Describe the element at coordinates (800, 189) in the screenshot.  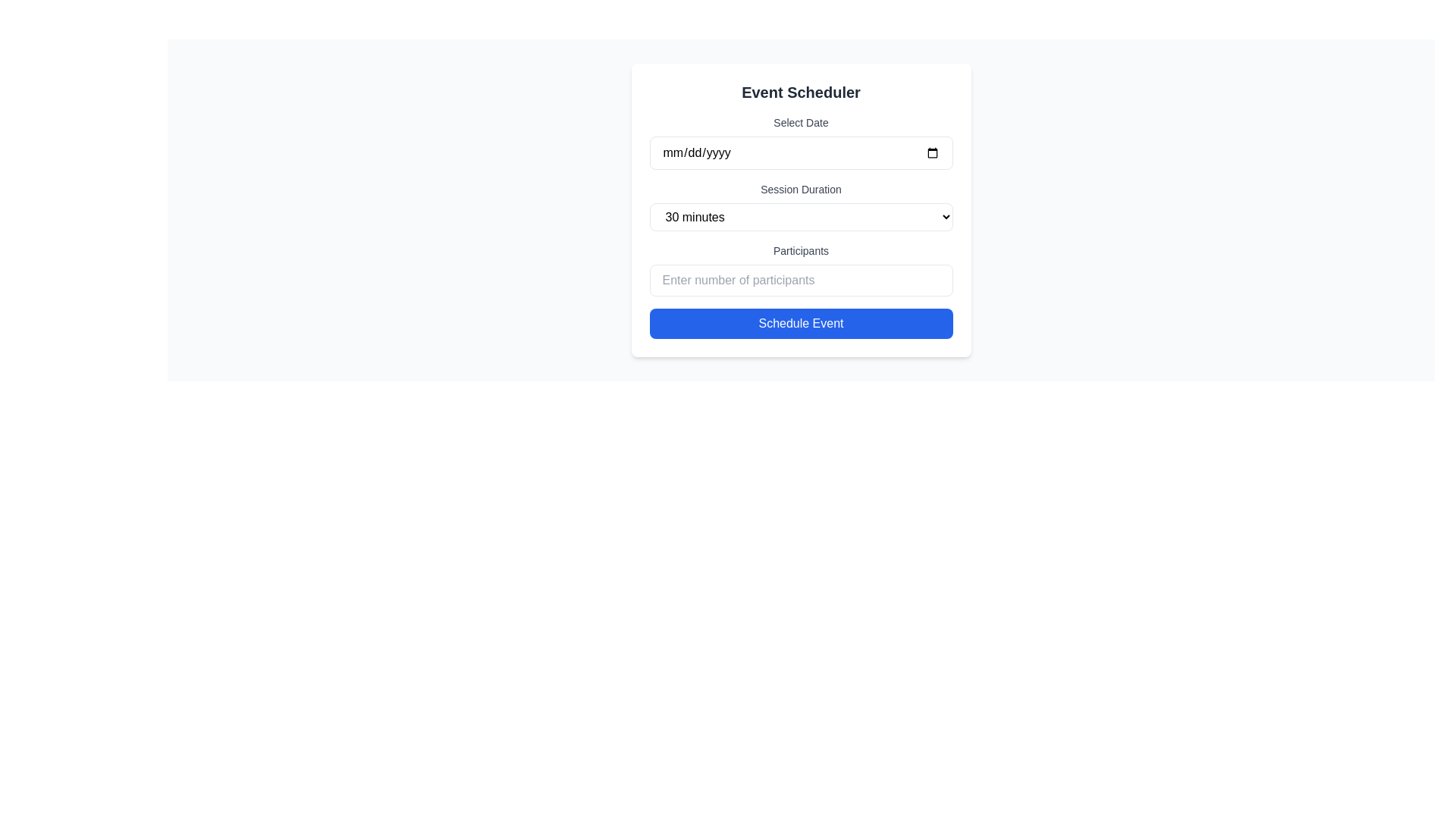
I see `the non-interactive text label stating 'Session Duration' which is styled with a small, bold, gray font and is positioned above a dropdown menu` at that location.